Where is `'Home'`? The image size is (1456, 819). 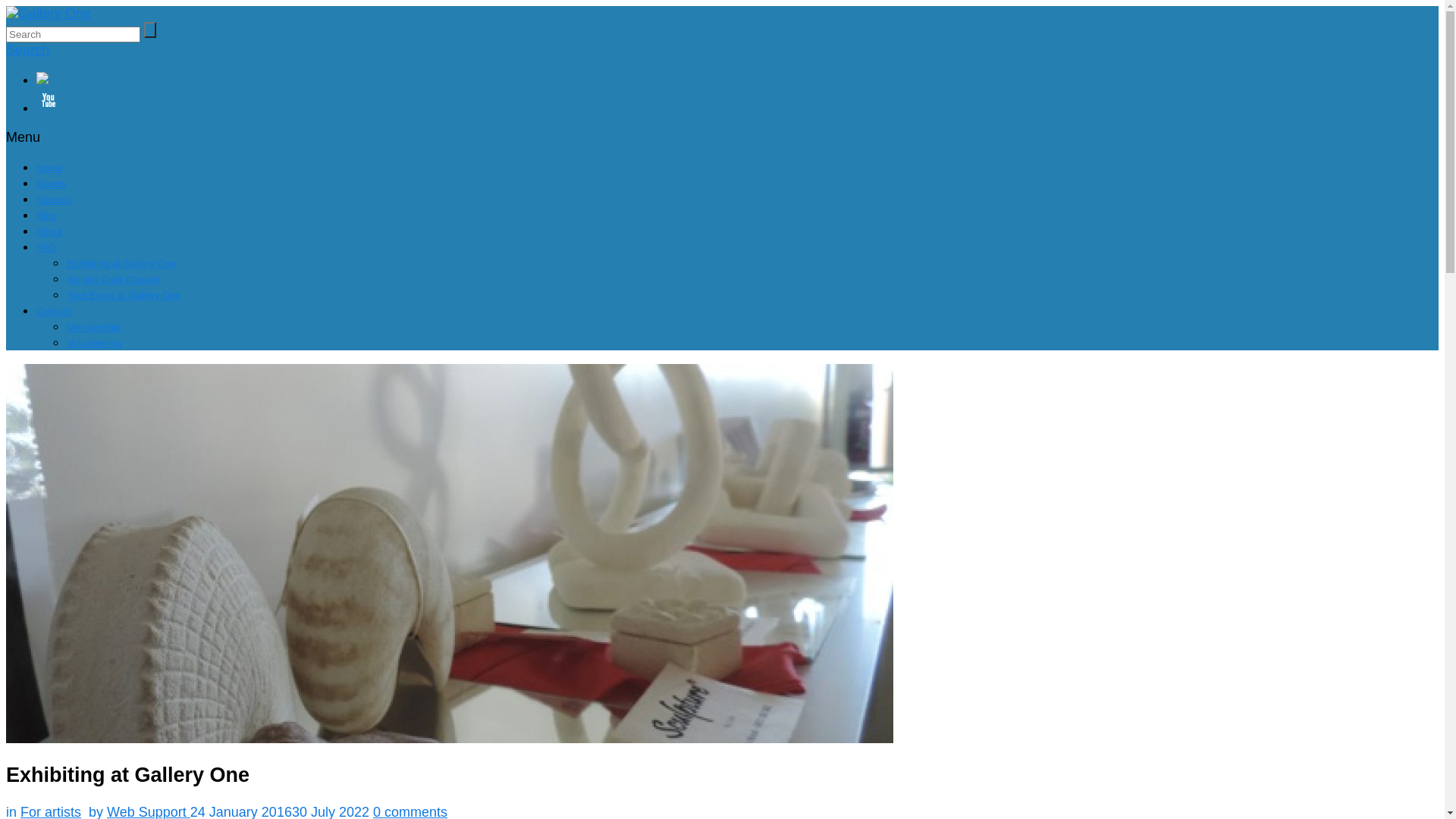
'Home' is located at coordinates (49, 168).